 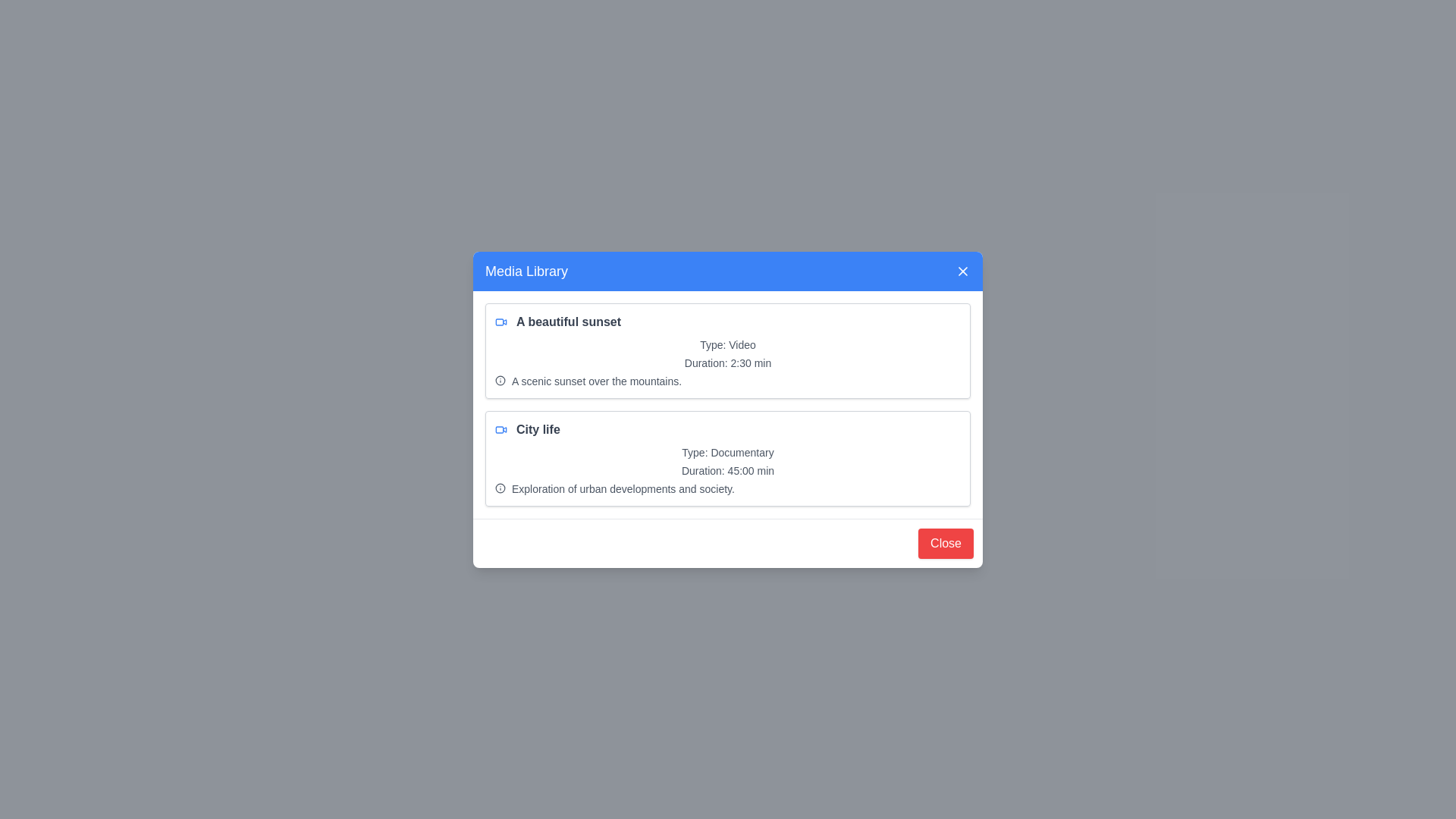 What do you see at coordinates (945, 542) in the screenshot?
I see `the close button located in the bottom-right corner of the 'Media Library' modal window to observe the hover effect` at bounding box center [945, 542].